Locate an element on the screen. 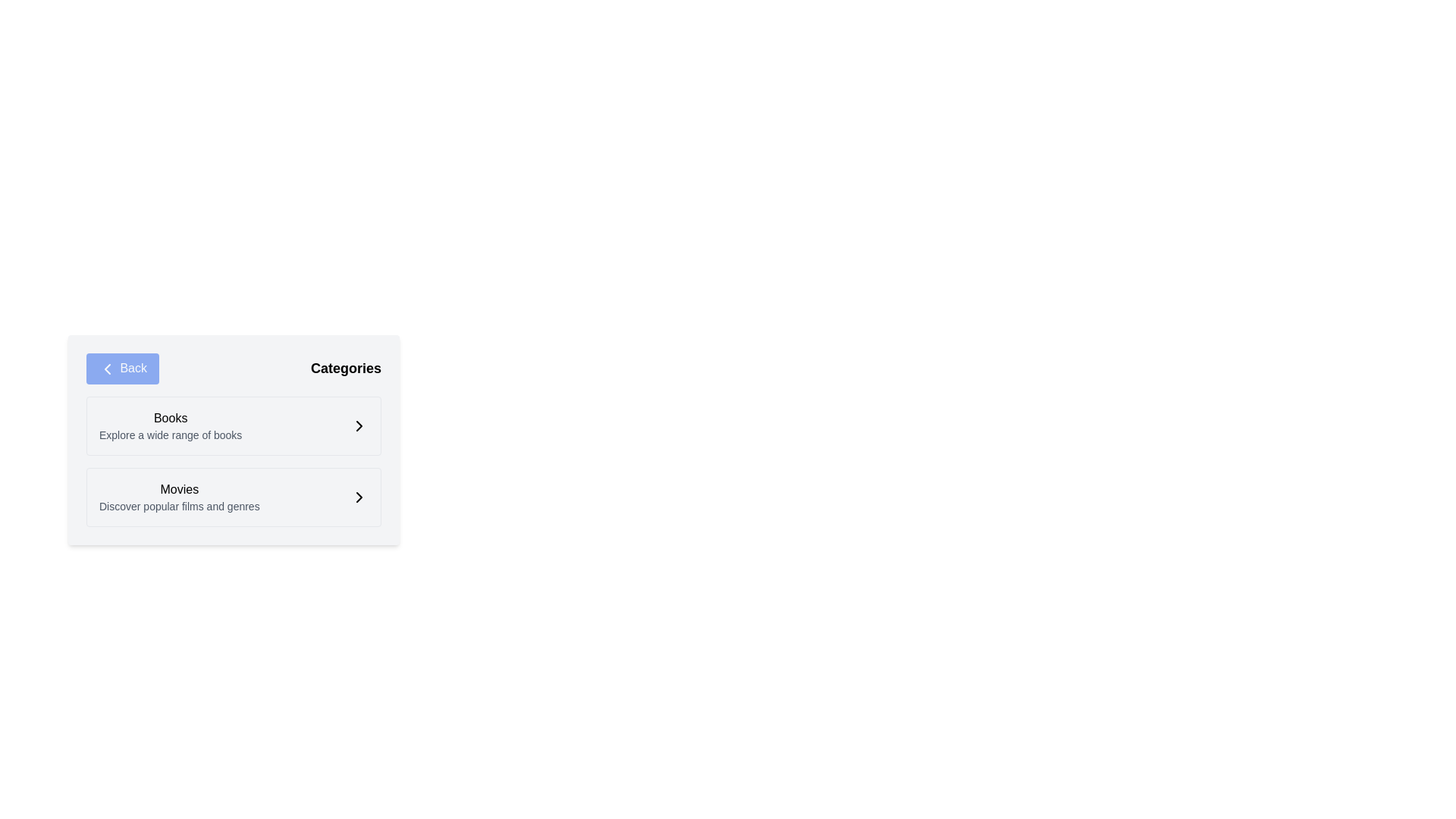 The image size is (1456, 819). the navigational button with an arrow icon located on the left side of the header is located at coordinates (123, 369).